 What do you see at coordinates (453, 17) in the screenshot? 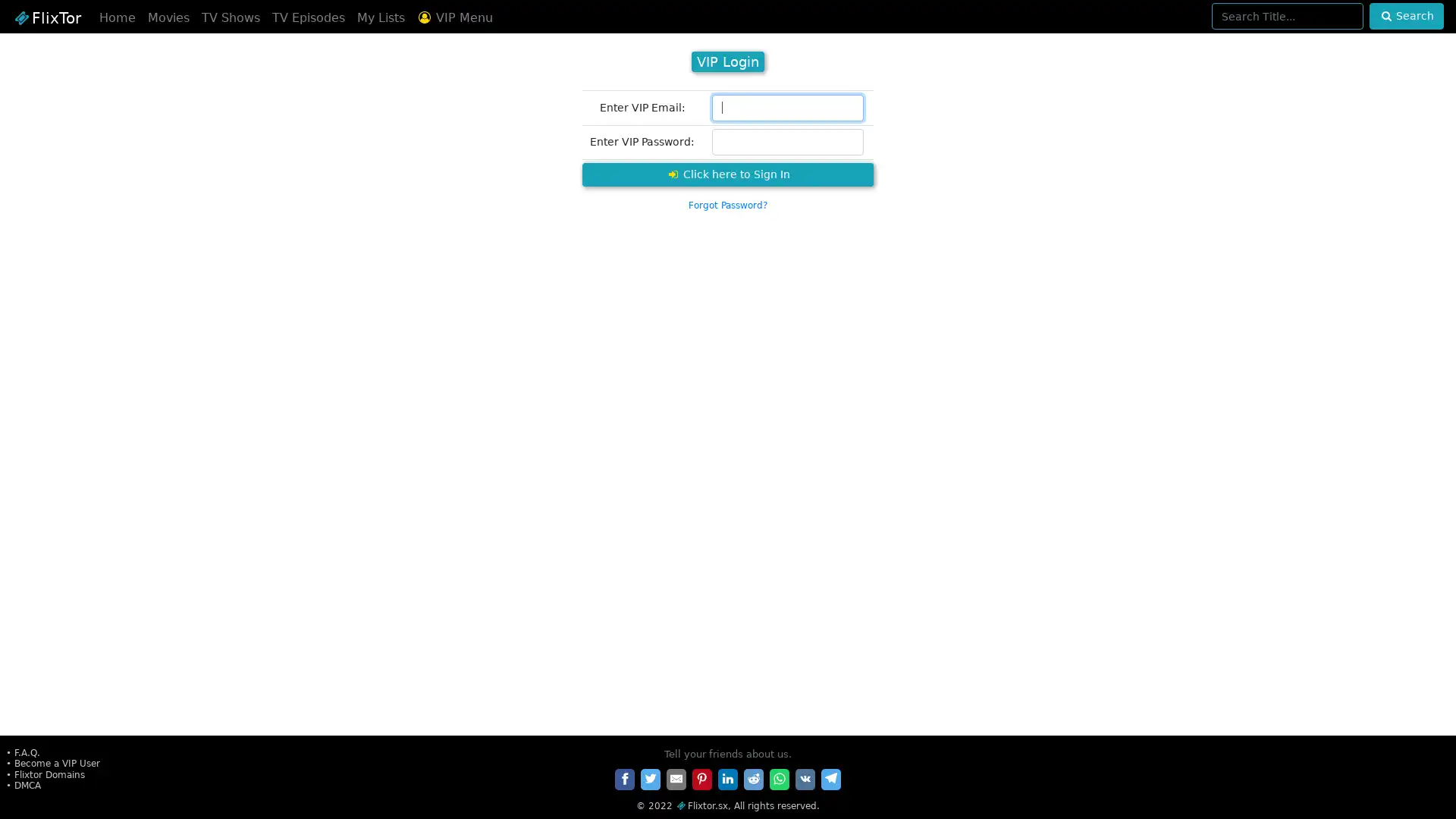
I see `VIP Menu` at bounding box center [453, 17].